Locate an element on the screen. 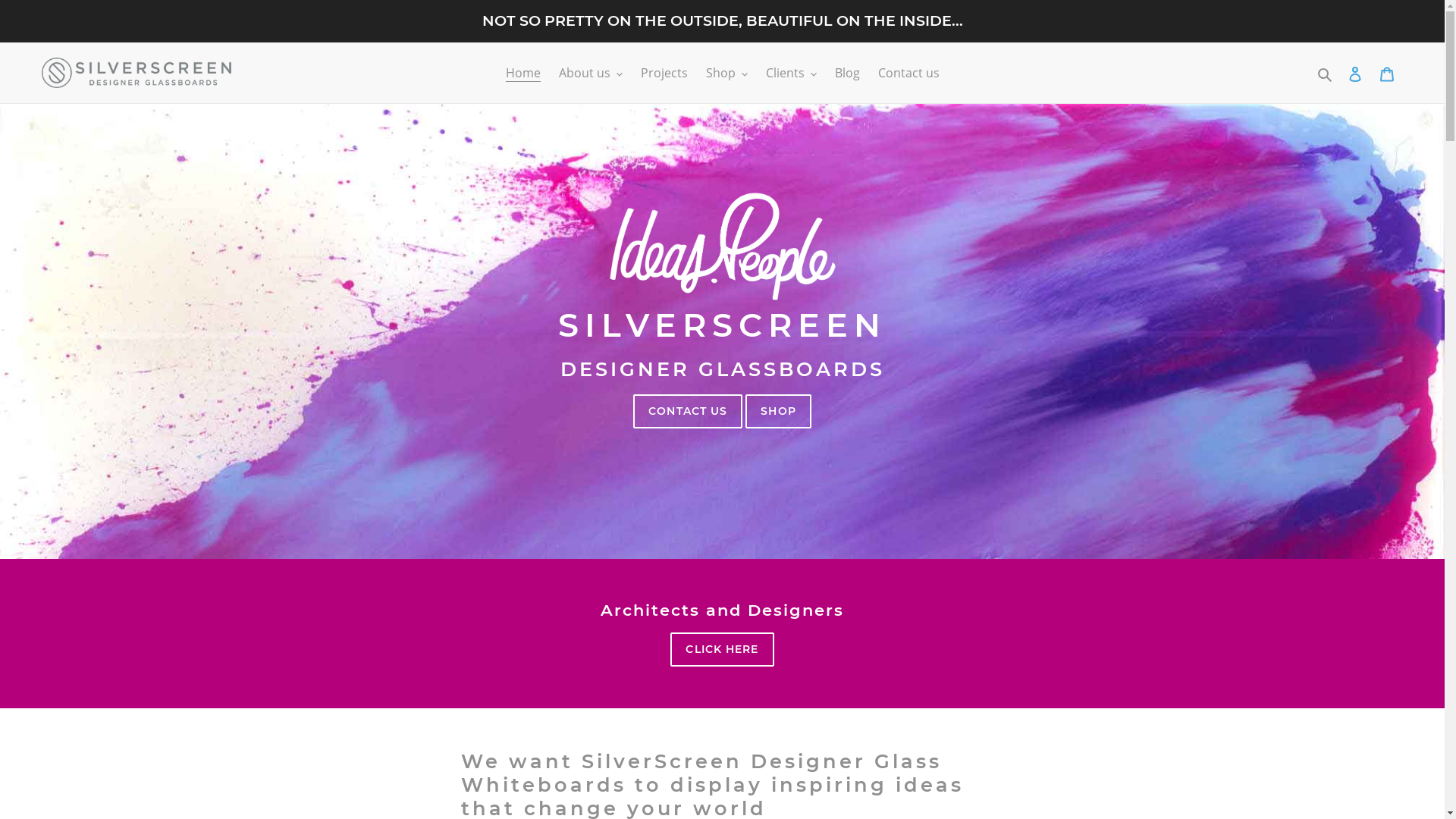 This screenshot has width=1456, height=819. 'Home' is located at coordinates (522, 73).